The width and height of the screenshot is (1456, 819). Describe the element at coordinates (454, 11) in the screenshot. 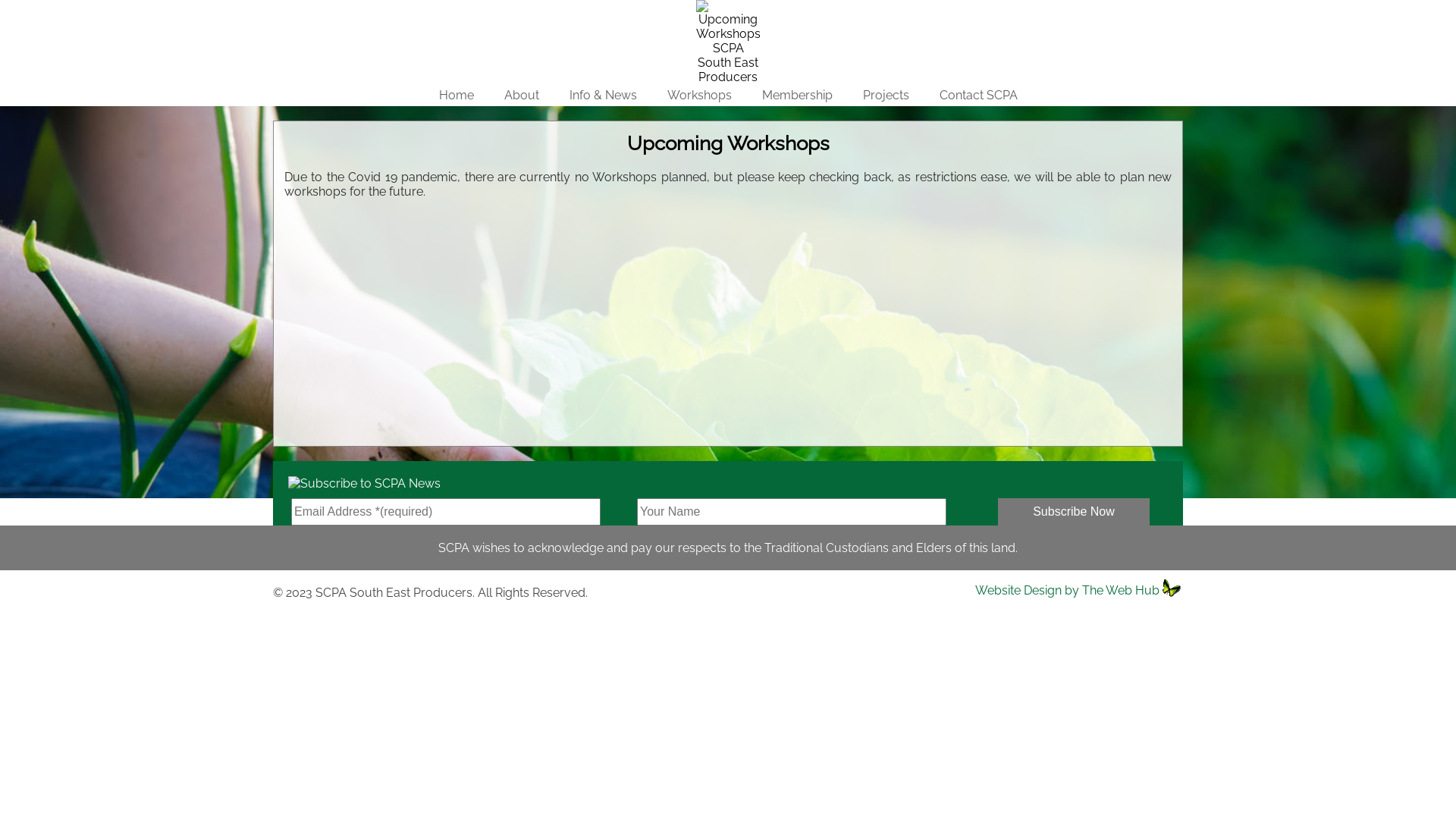

I see `'Home'` at that location.